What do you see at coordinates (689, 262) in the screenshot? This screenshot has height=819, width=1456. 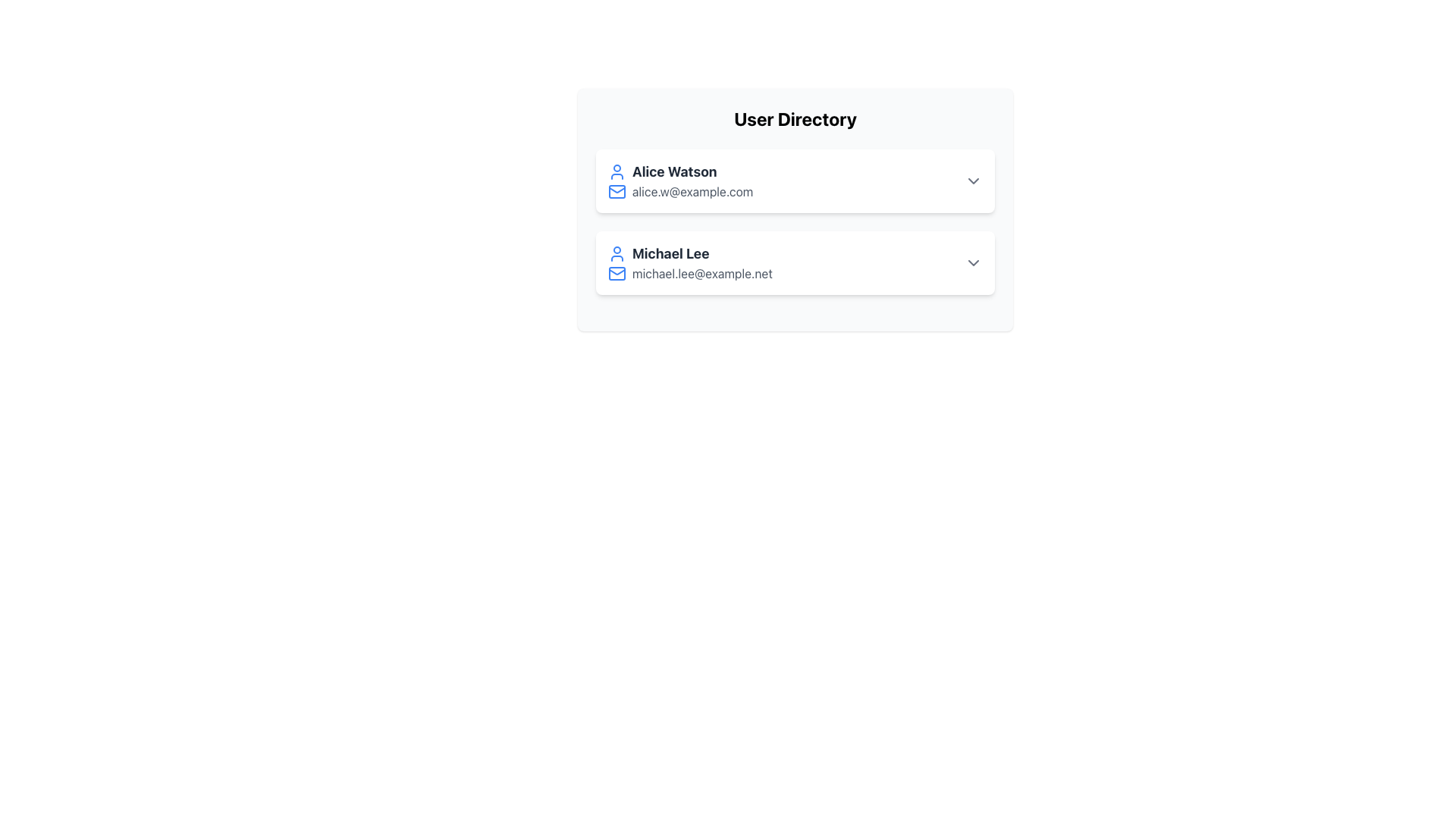 I see `the user entry for 'Michael Lee'` at bounding box center [689, 262].